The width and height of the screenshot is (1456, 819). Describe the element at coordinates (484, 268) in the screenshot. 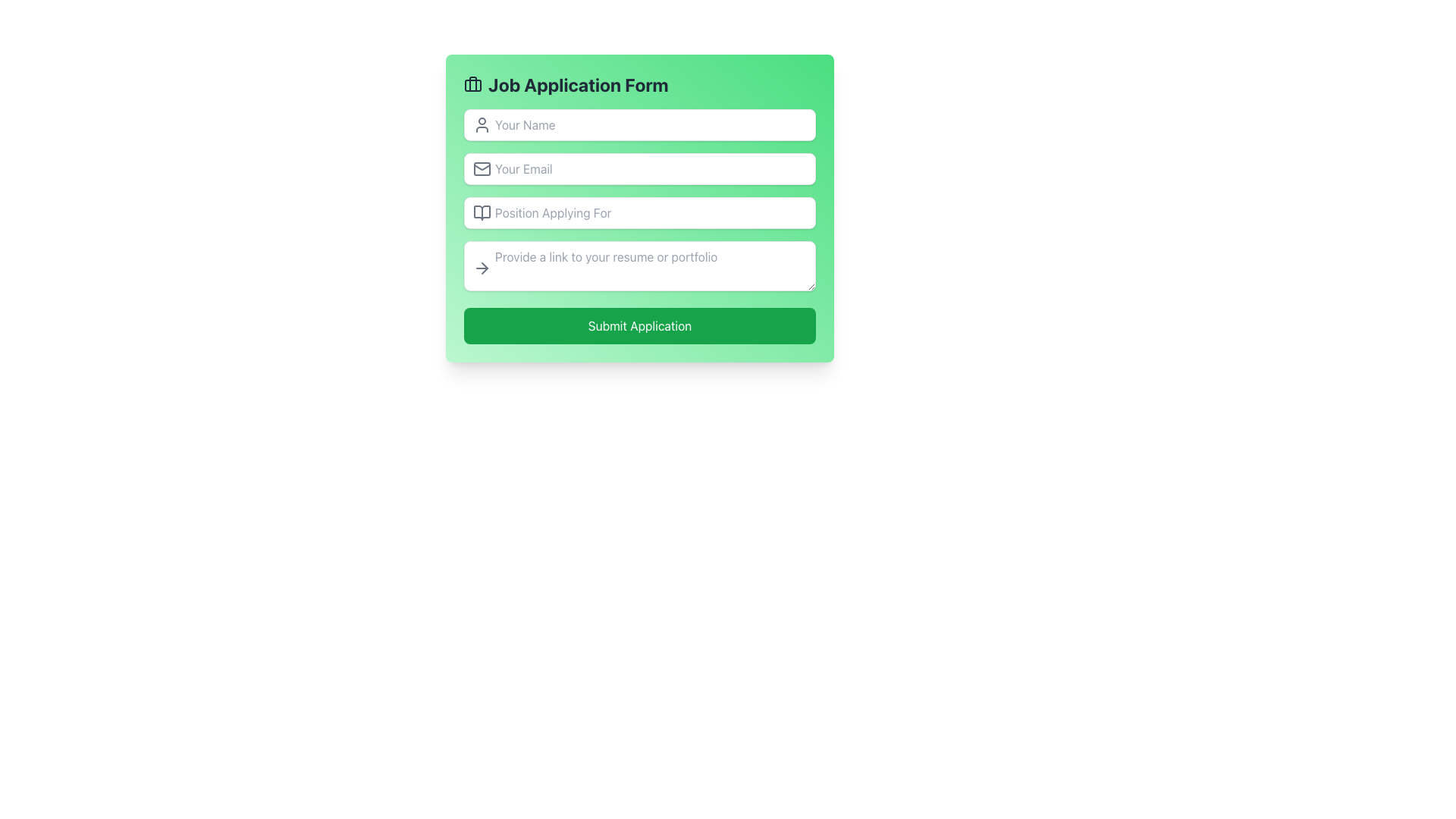

I see `the directional visual indicator icon located near the top-left of the form, aligned with the 'Provide a link to your resume or portfolio' input field` at that location.